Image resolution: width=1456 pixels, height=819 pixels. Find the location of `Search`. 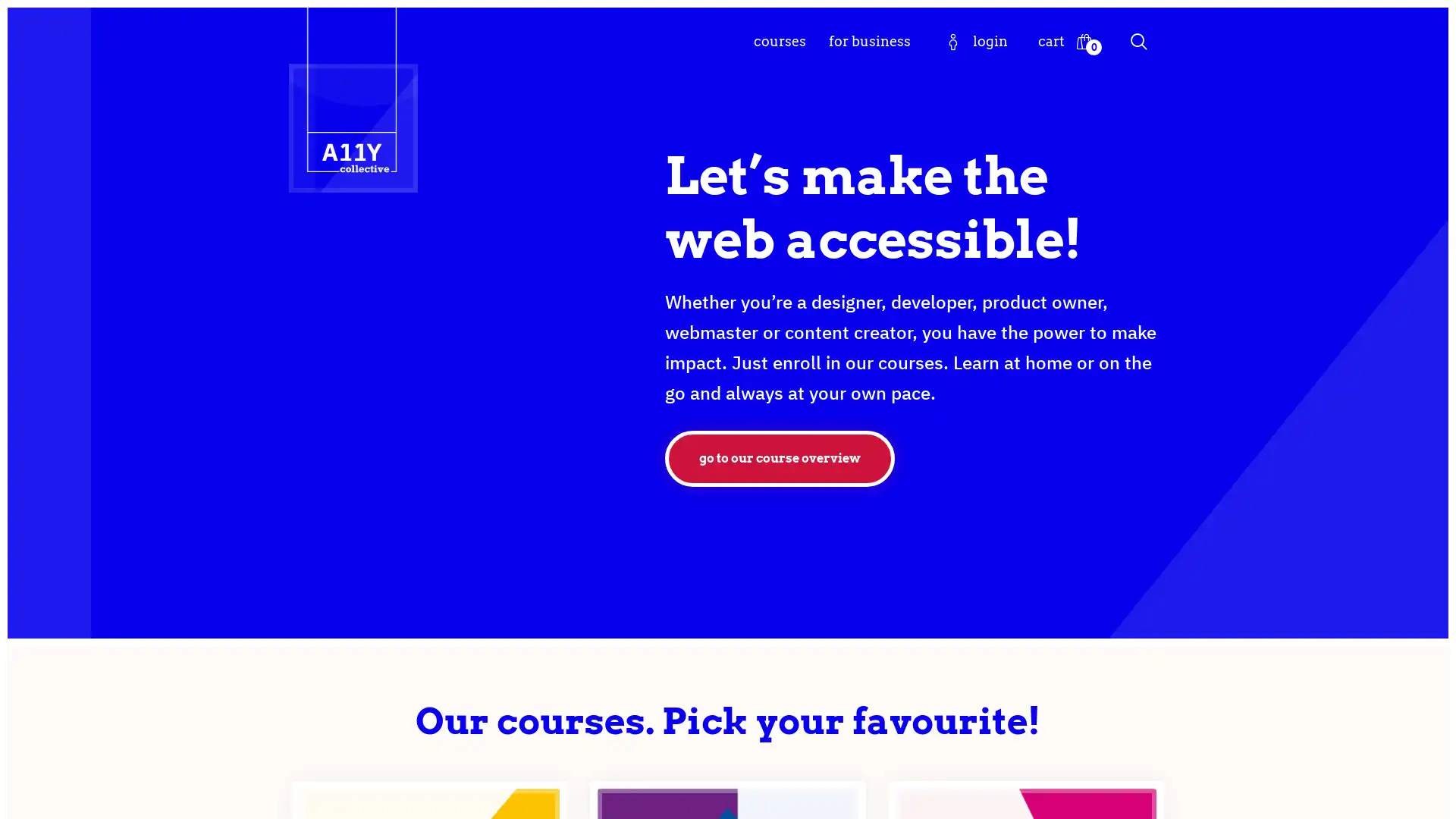

Search is located at coordinates (1139, 40).